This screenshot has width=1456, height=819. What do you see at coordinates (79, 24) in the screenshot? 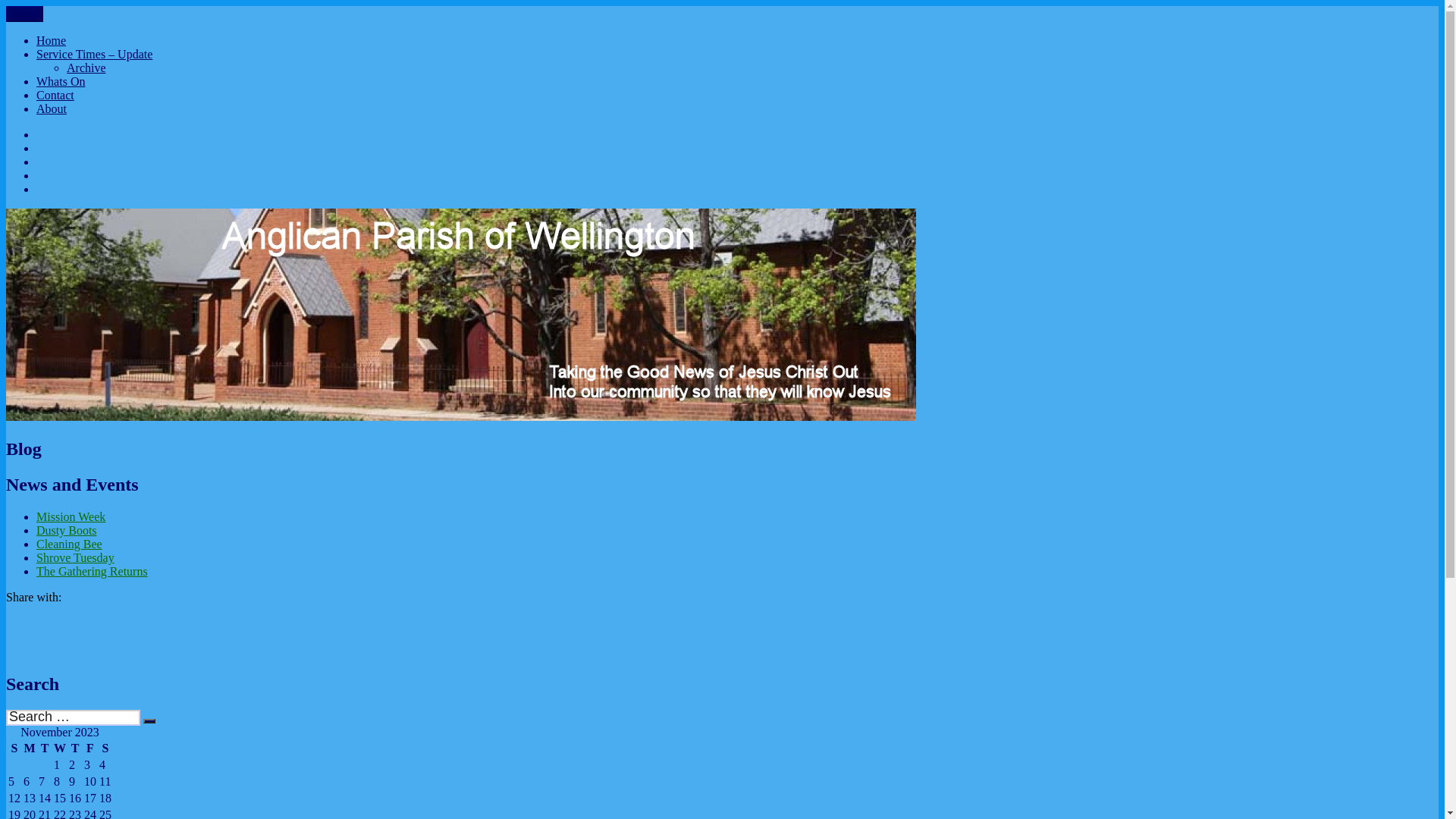
I see `'Anglican Parish of Wellington'` at bounding box center [79, 24].